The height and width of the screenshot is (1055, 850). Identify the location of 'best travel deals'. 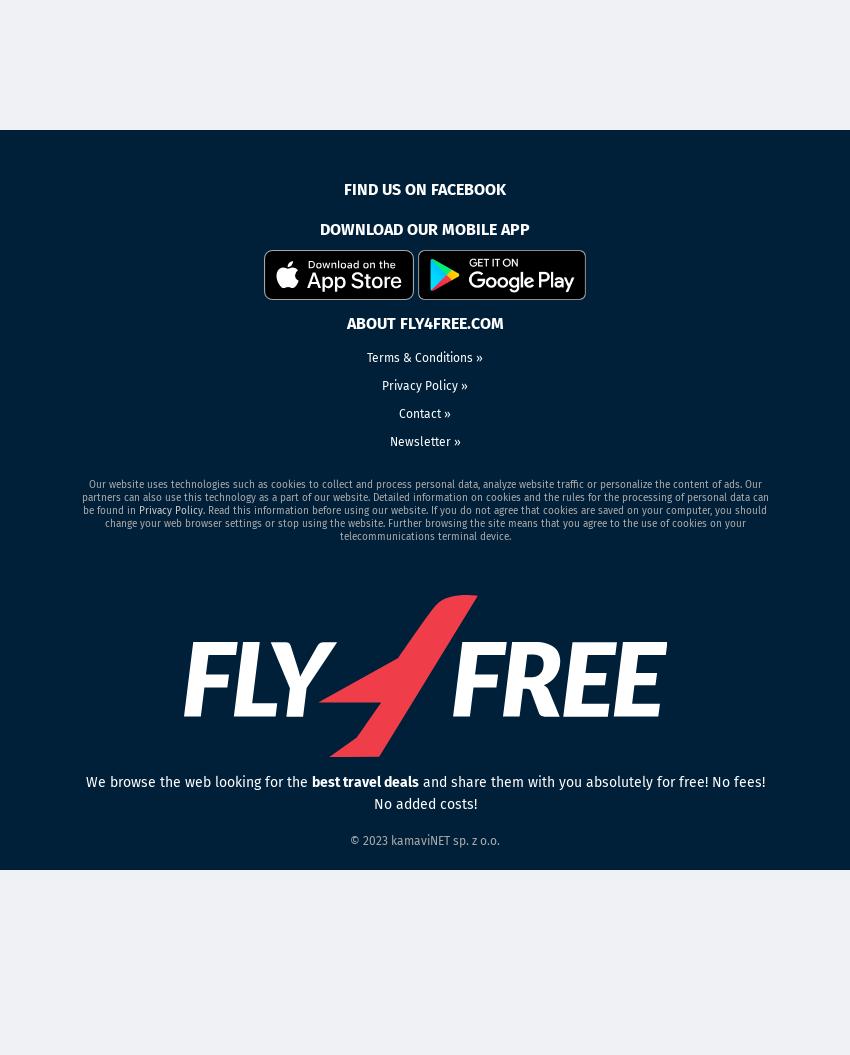
(311, 781).